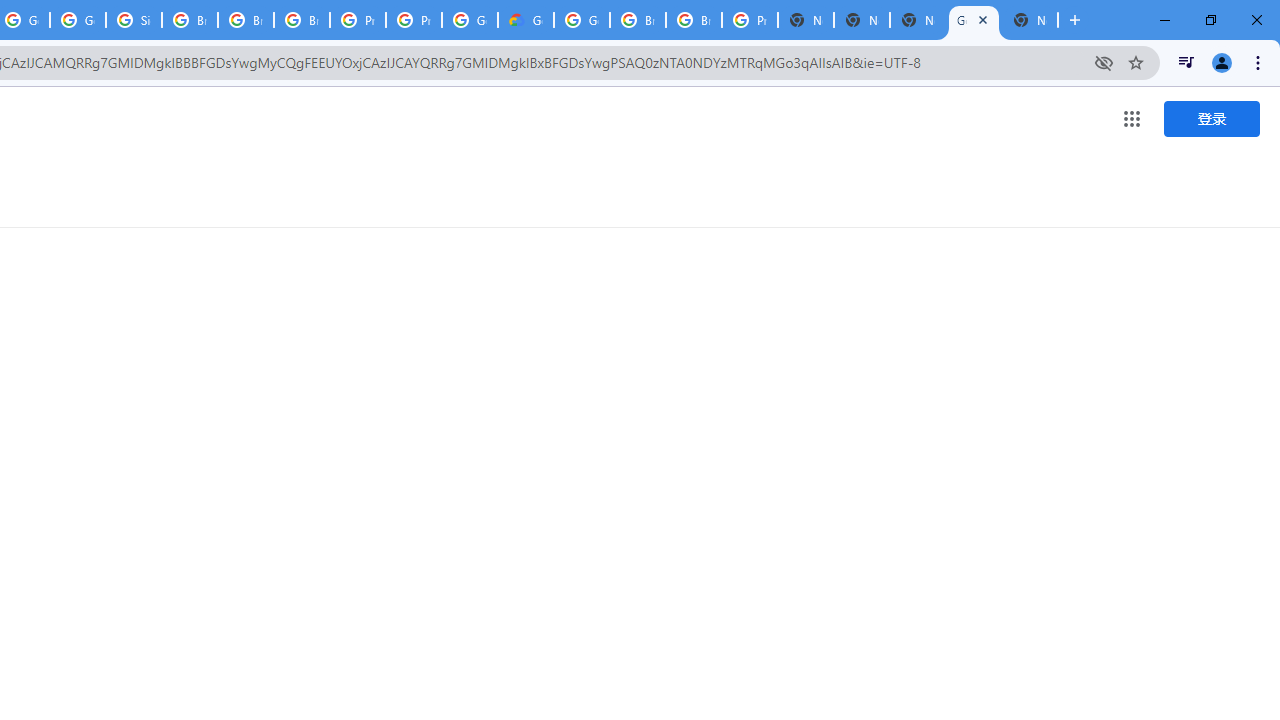 The height and width of the screenshot is (720, 1280). Describe the element at coordinates (526, 20) in the screenshot. I see `'Google Cloud Estimate Summary'` at that location.